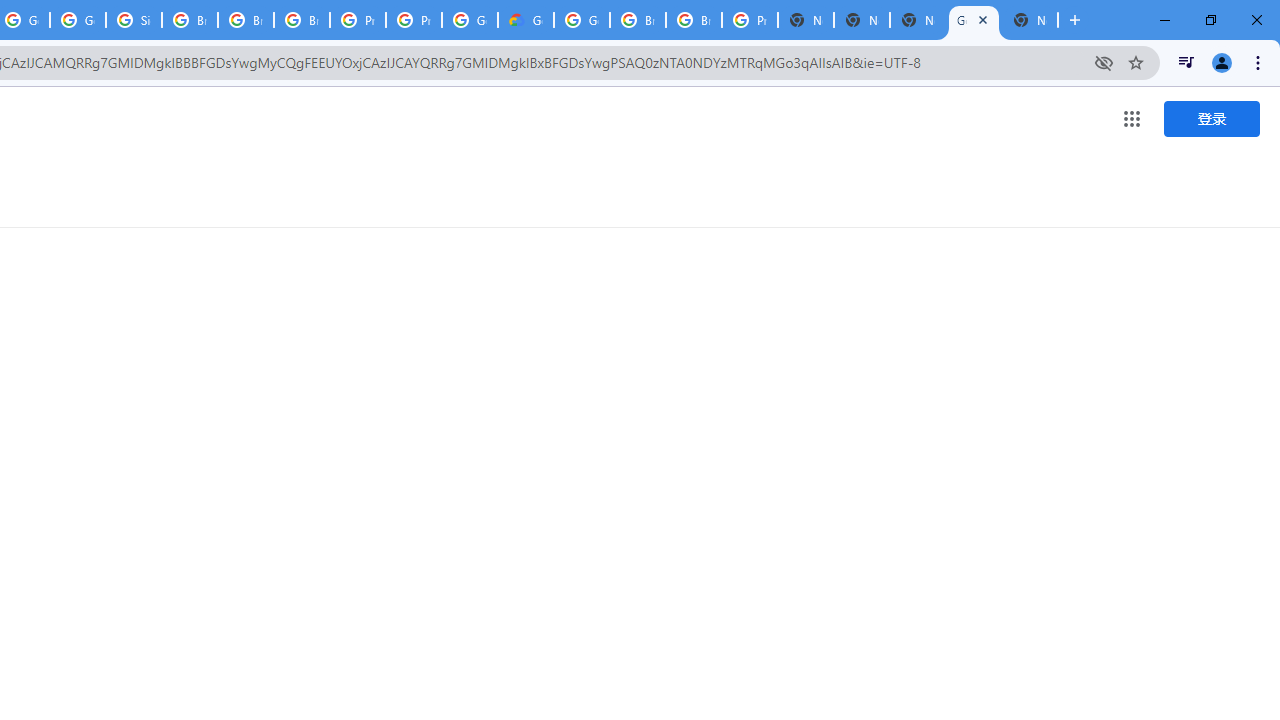 The height and width of the screenshot is (720, 1280). Describe the element at coordinates (526, 20) in the screenshot. I see `'Google Cloud Estimate Summary'` at that location.